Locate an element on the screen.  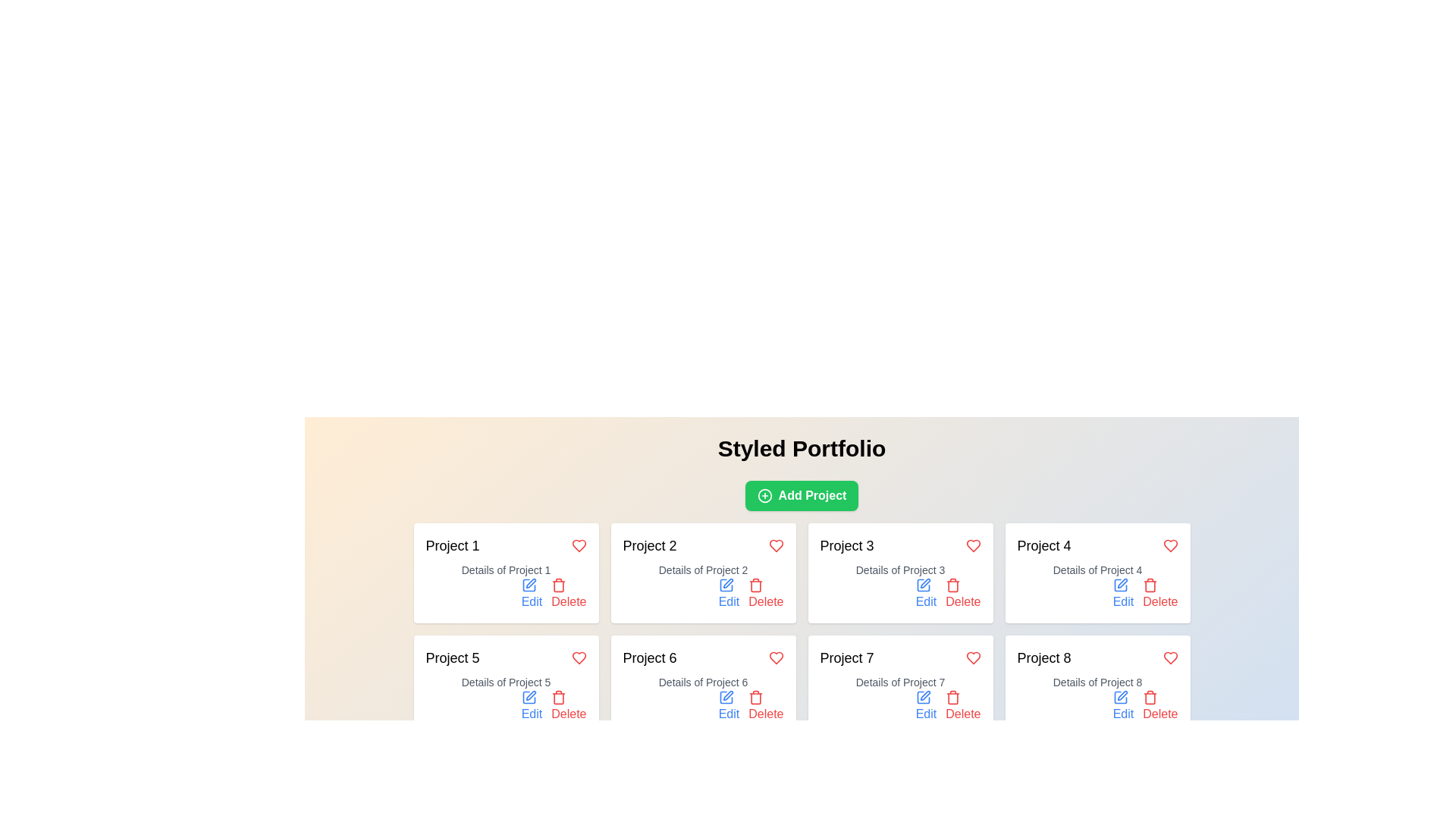
the heart icon located at the top-right corner of the card labeled 'Project 2' is located at coordinates (776, 546).